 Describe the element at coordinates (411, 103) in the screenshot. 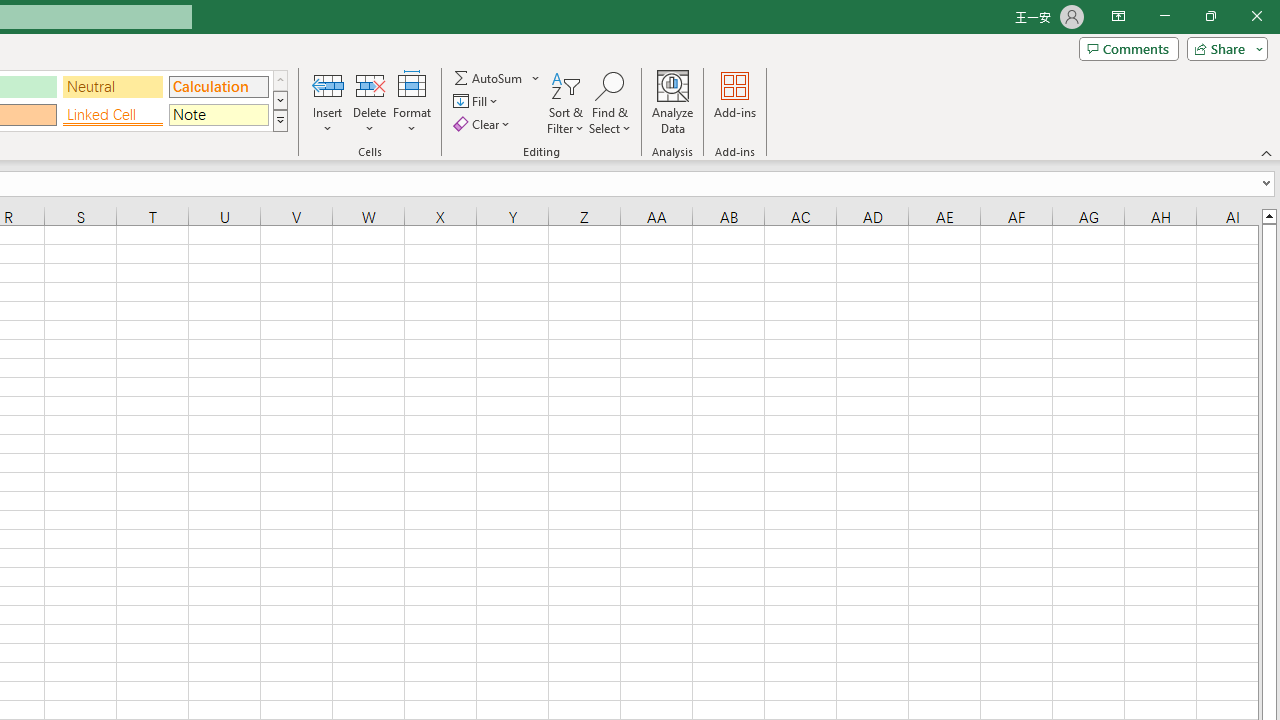

I see `'Format'` at that location.